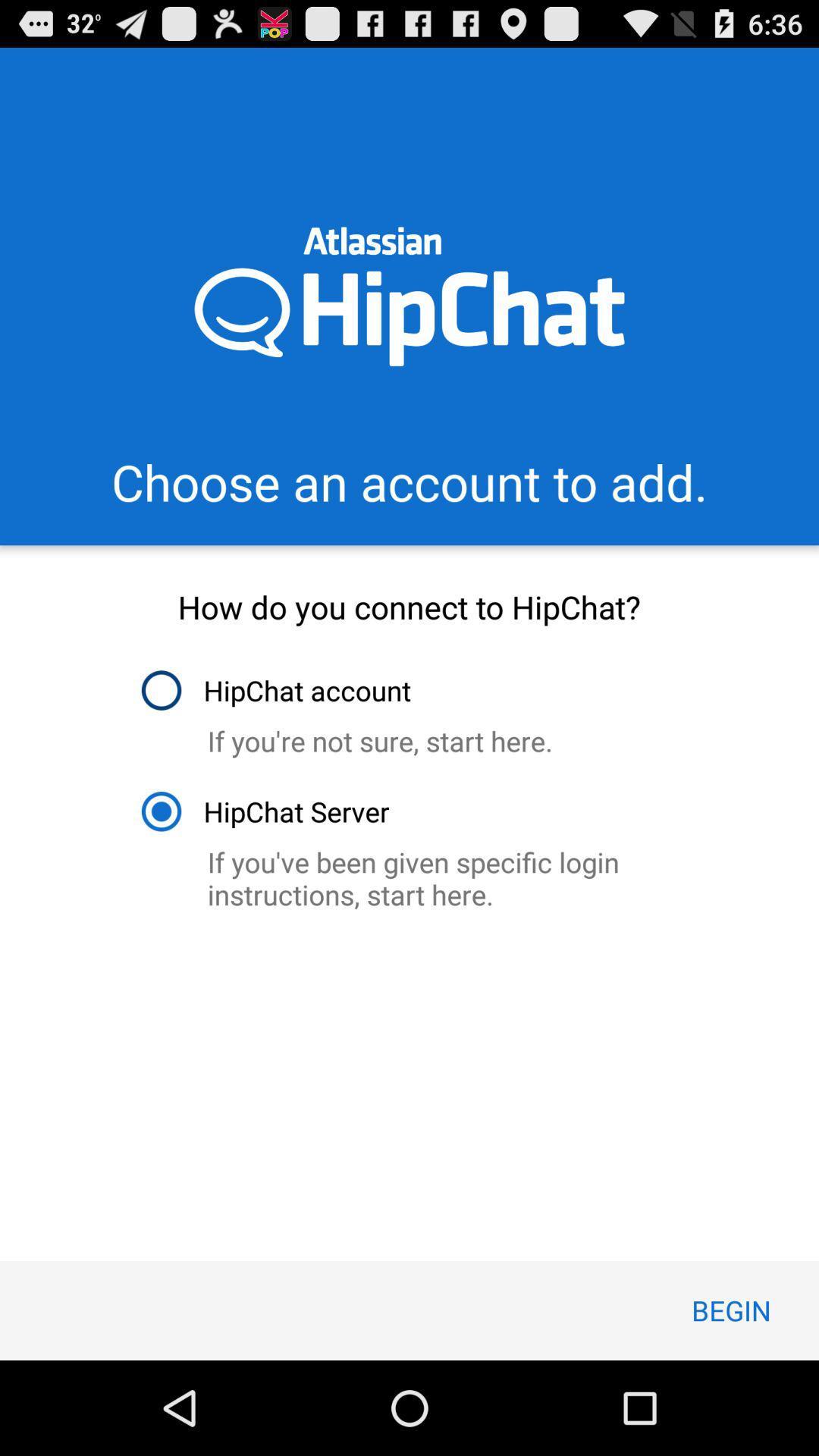  Describe the element at coordinates (275, 689) in the screenshot. I see `hipchat account item` at that location.